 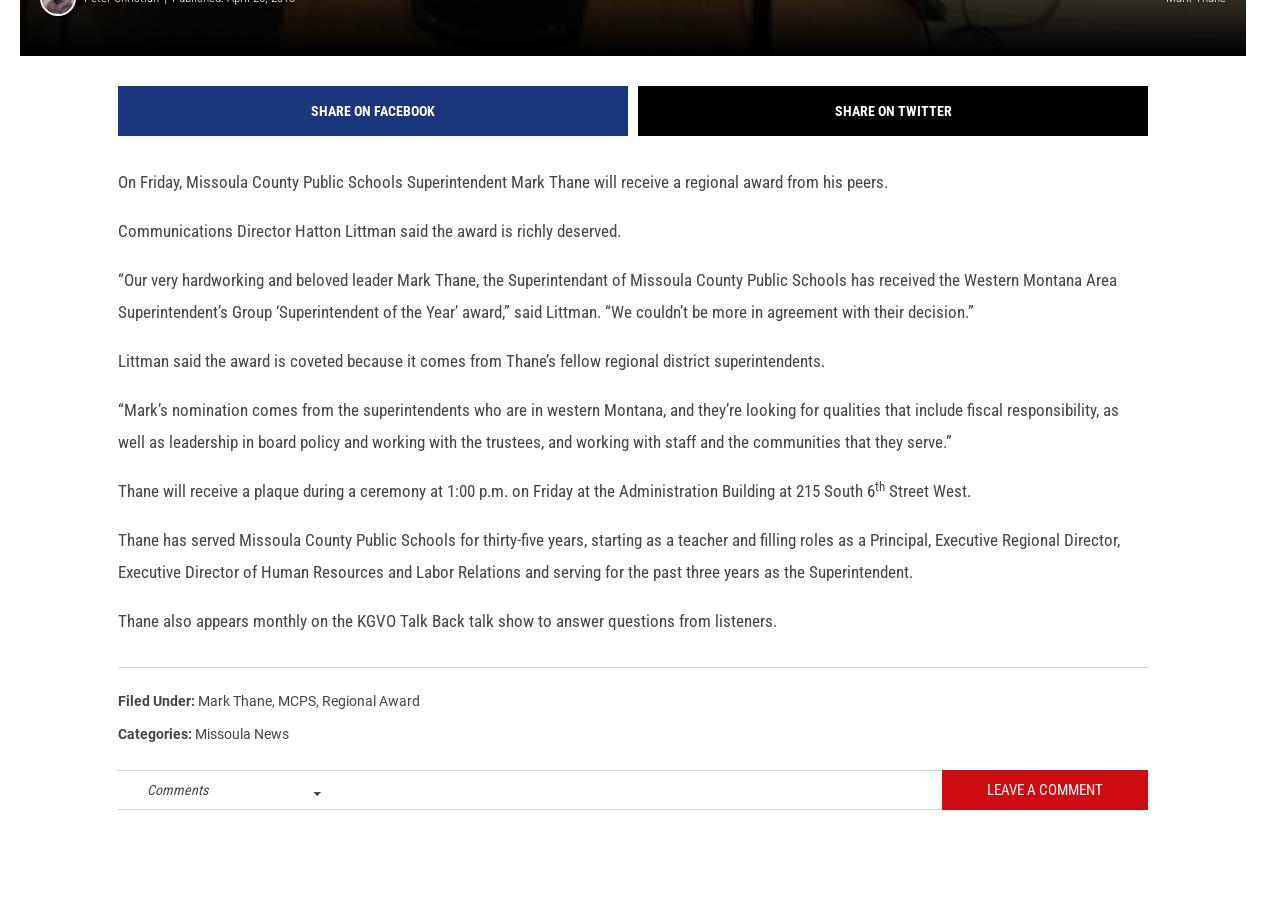 I want to click on '“Our very hardworking and beloved leader Mark Thane, the Superintendant of Missoula County Public Schools has received the Western Montana Area Superintendent’s Group ‘Superintendent of the Year’ award,” said Littman. “We couldn’t be more in agreement with their decision.”', so click(x=118, y=322).